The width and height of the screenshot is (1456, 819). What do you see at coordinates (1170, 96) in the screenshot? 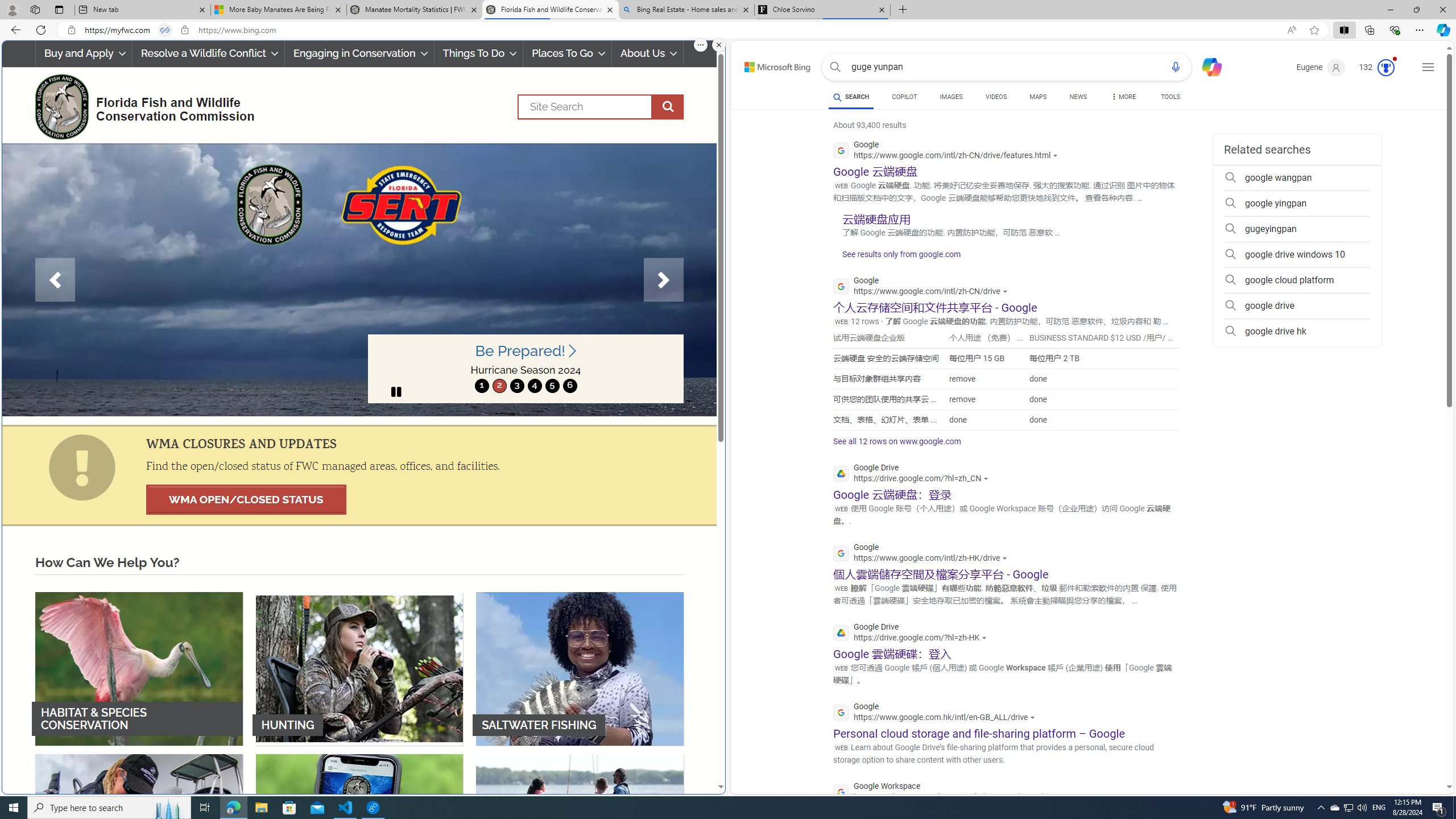
I see `'TOOLS'` at bounding box center [1170, 96].